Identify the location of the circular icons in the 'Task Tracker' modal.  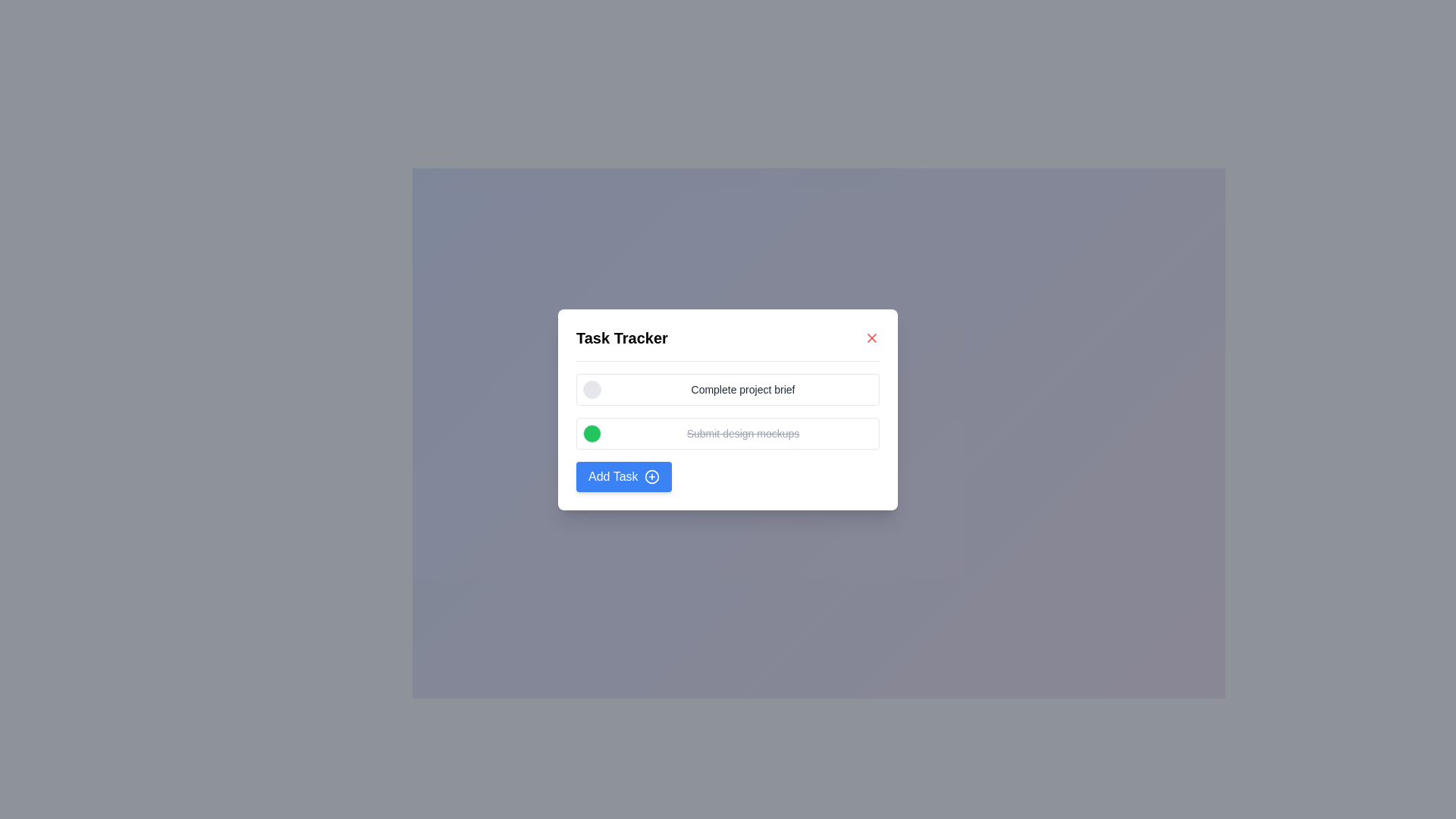
(728, 409).